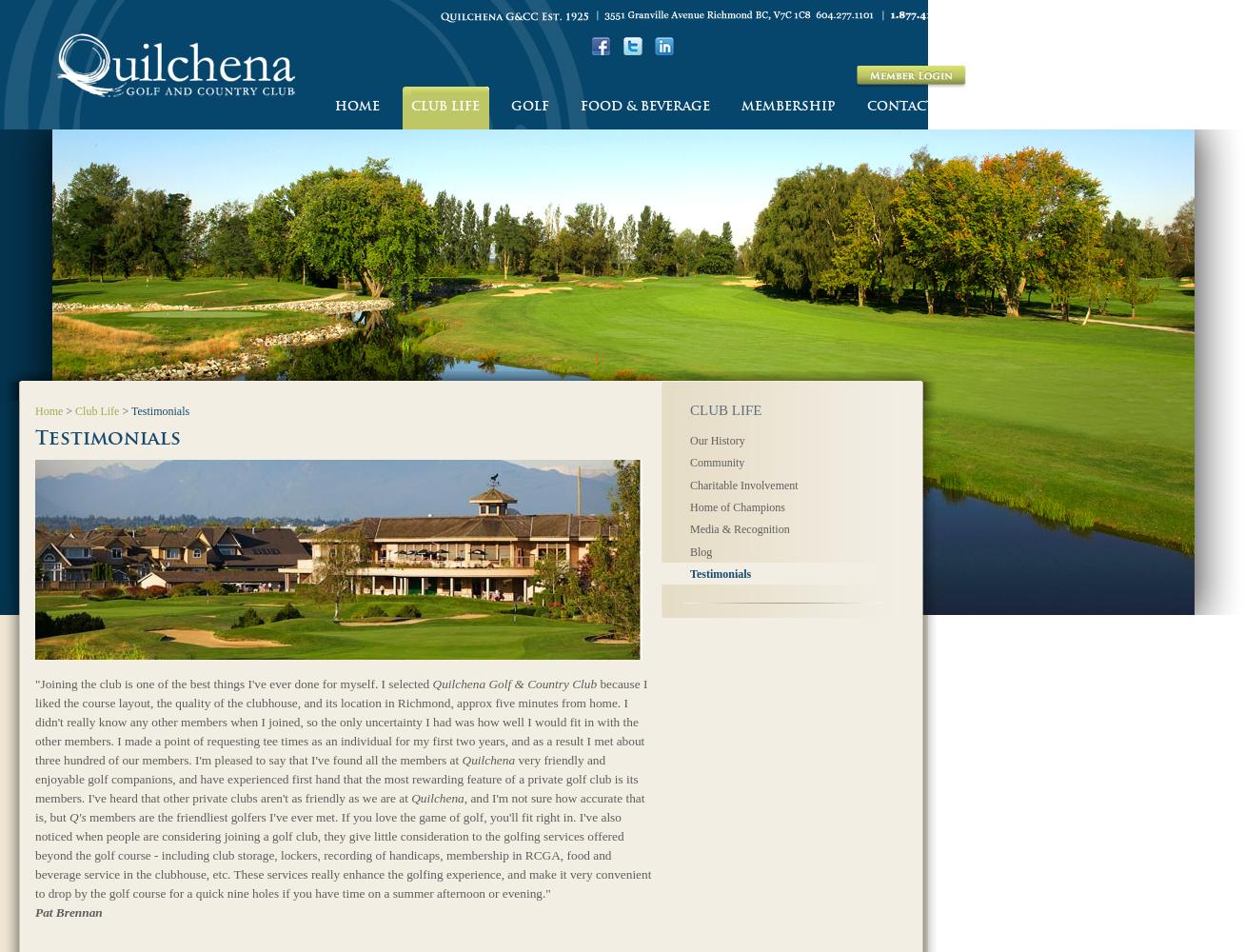 The width and height of the screenshot is (1245, 952). I want to click on 'Quilchena Golf & Country Club', so click(514, 682).